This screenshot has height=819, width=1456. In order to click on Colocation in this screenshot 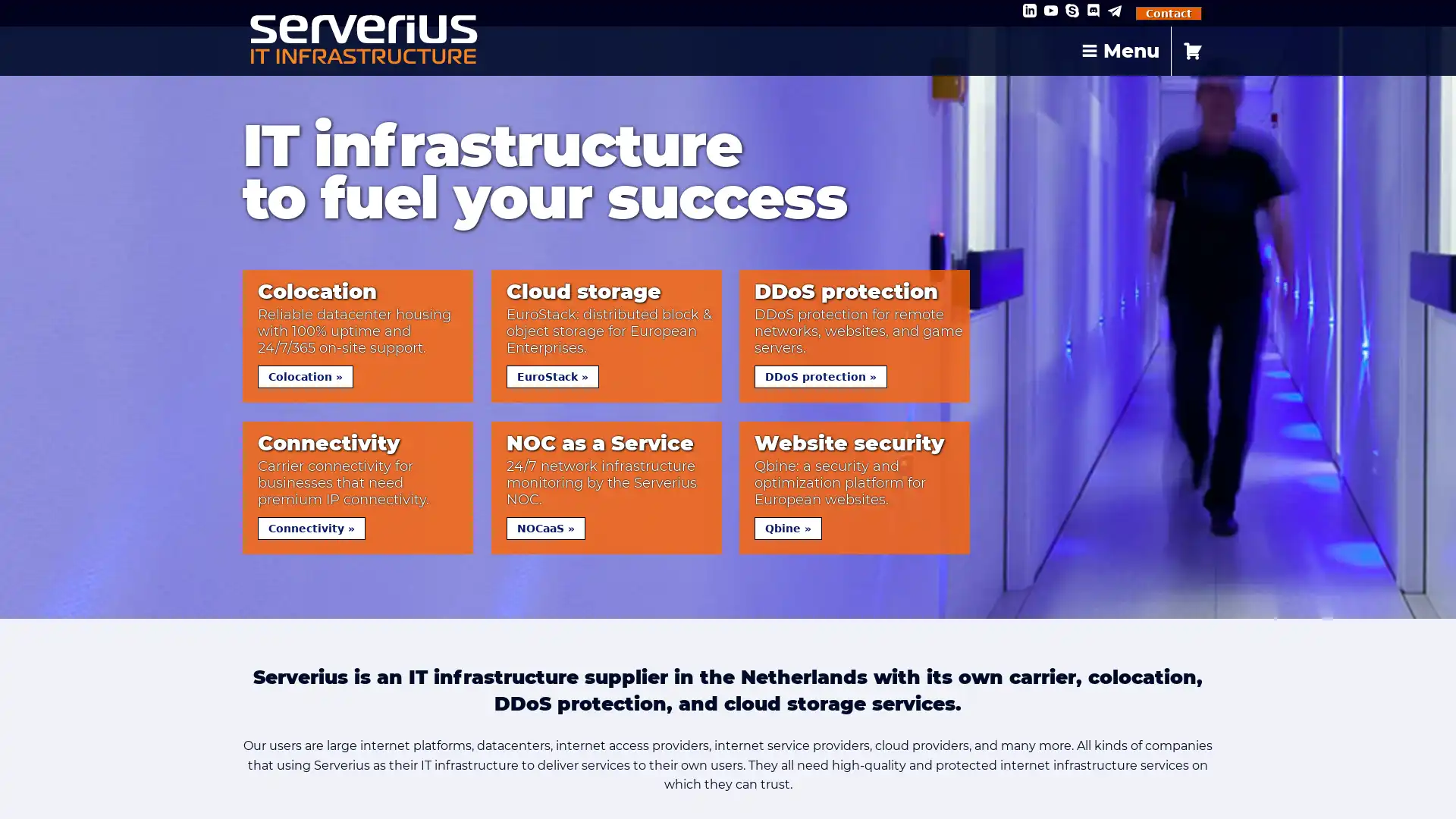, I will do `click(305, 375)`.